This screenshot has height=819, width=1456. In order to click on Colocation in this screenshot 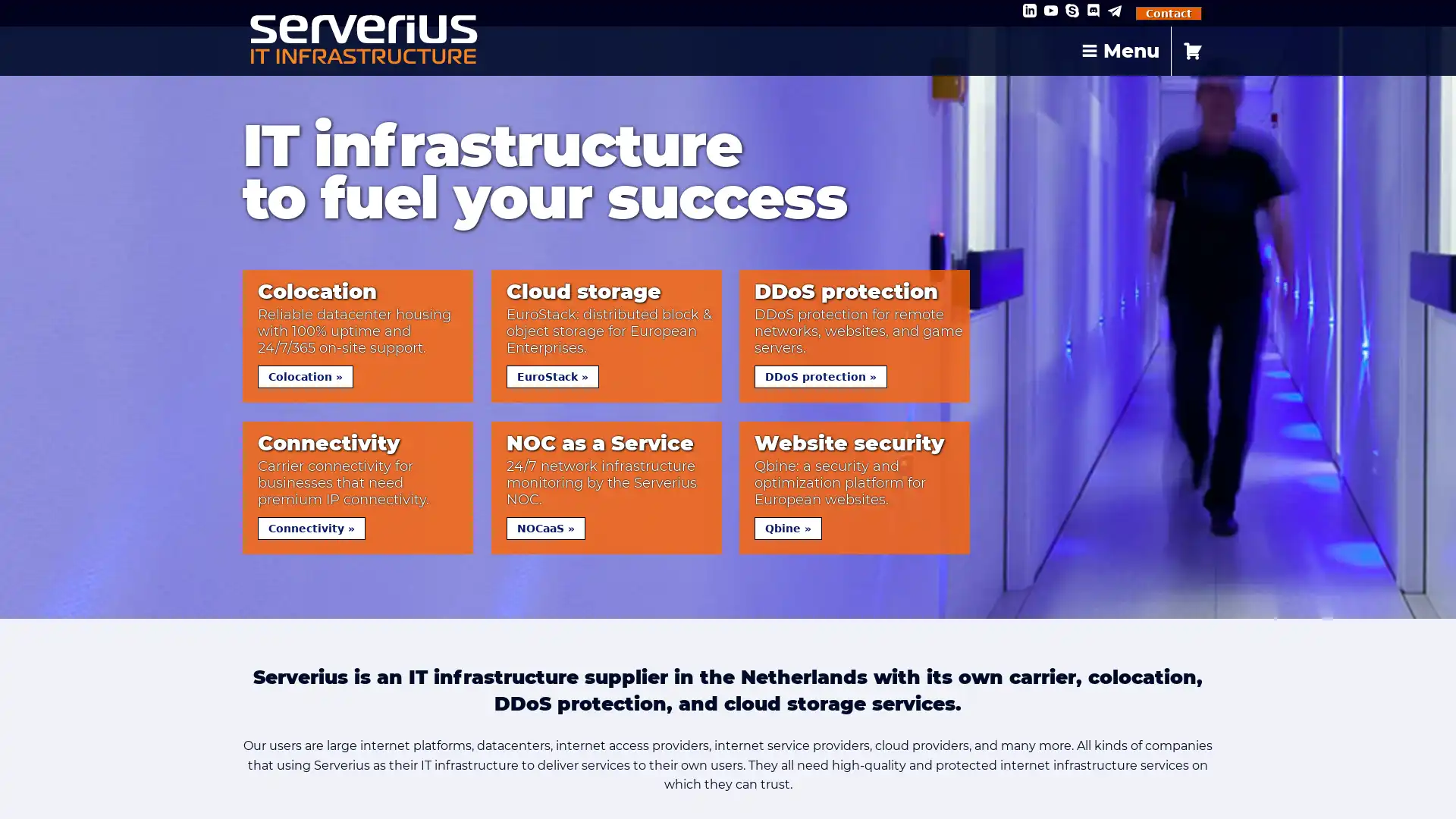, I will do `click(305, 375)`.